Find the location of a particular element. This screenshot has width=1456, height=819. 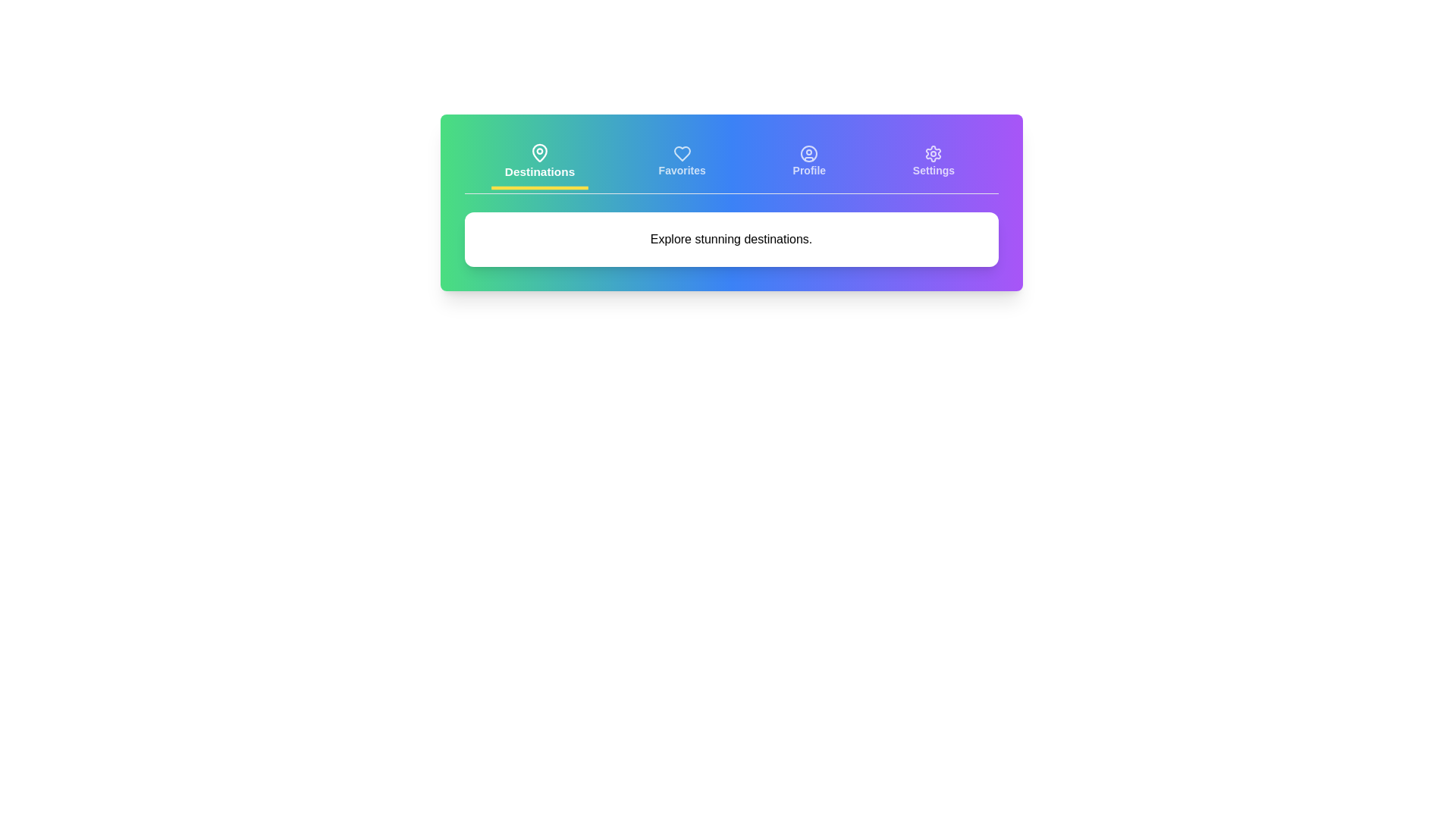

the text 'Explore stunning destinations.' in the content pane is located at coordinates (731, 239).